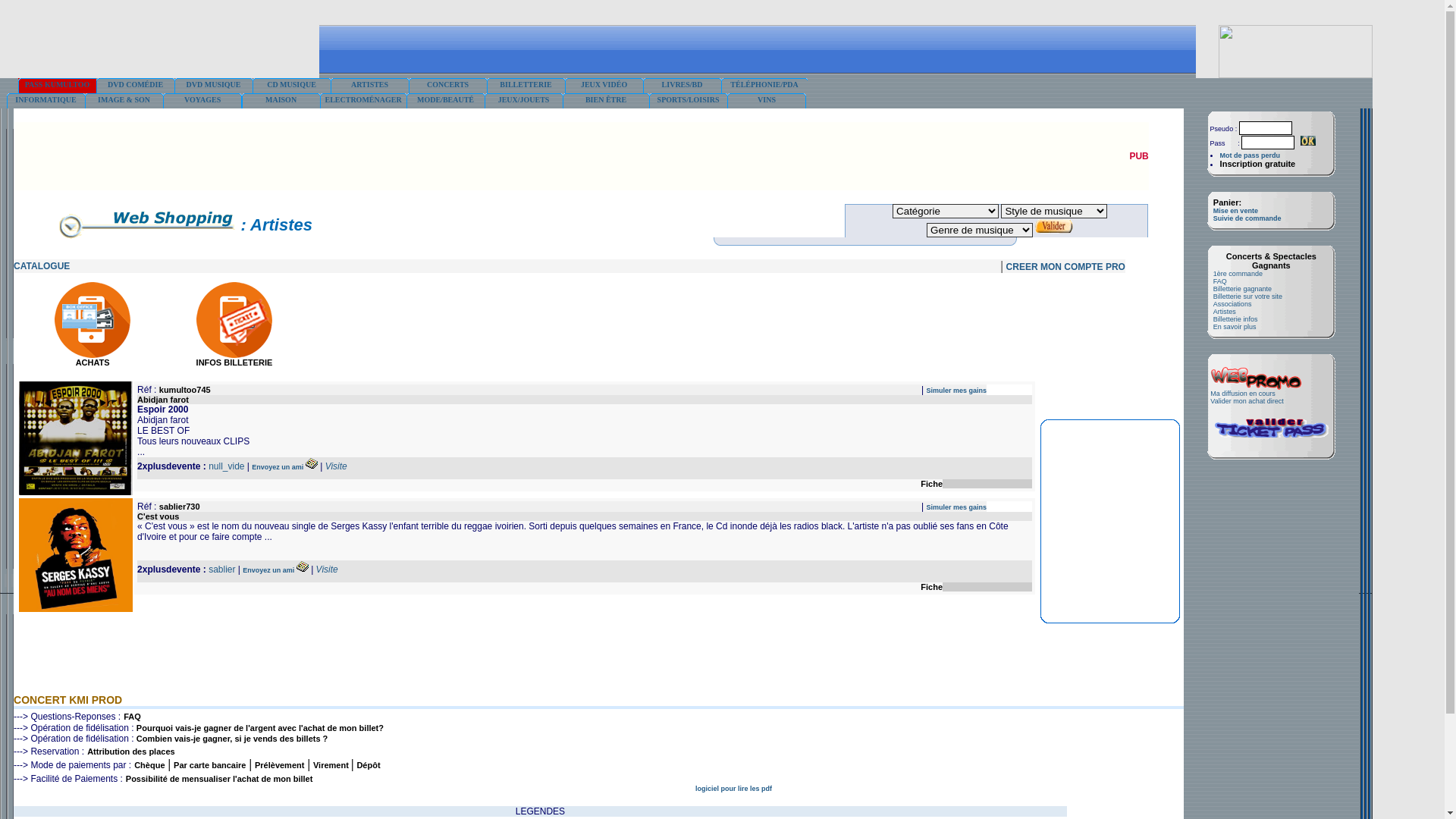 This screenshot has width=1456, height=819. Describe the element at coordinates (1242, 393) in the screenshot. I see `'Ma diffusion en cours'` at that location.